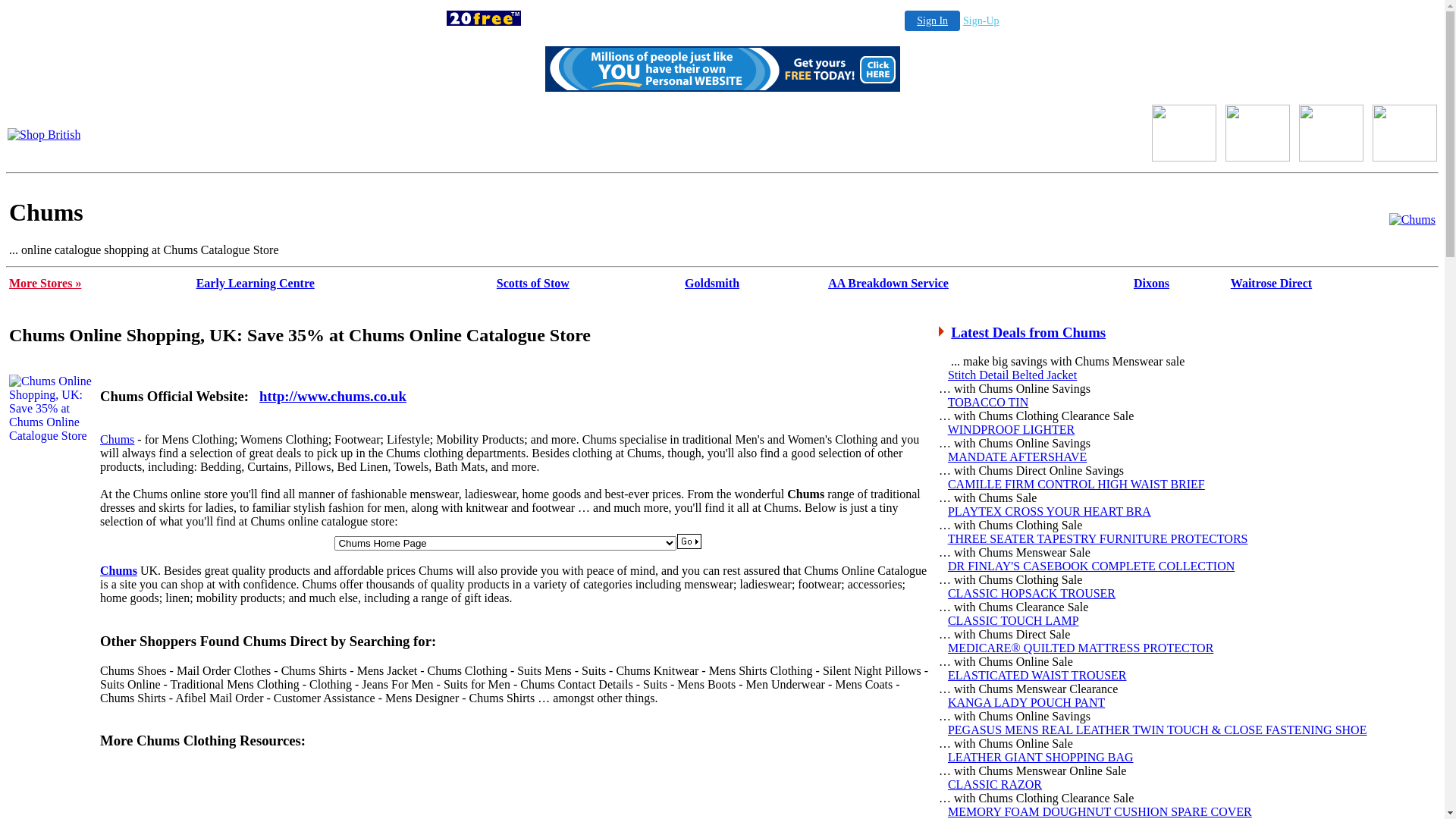  I want to click on 'Sign In', so click(931, 20).